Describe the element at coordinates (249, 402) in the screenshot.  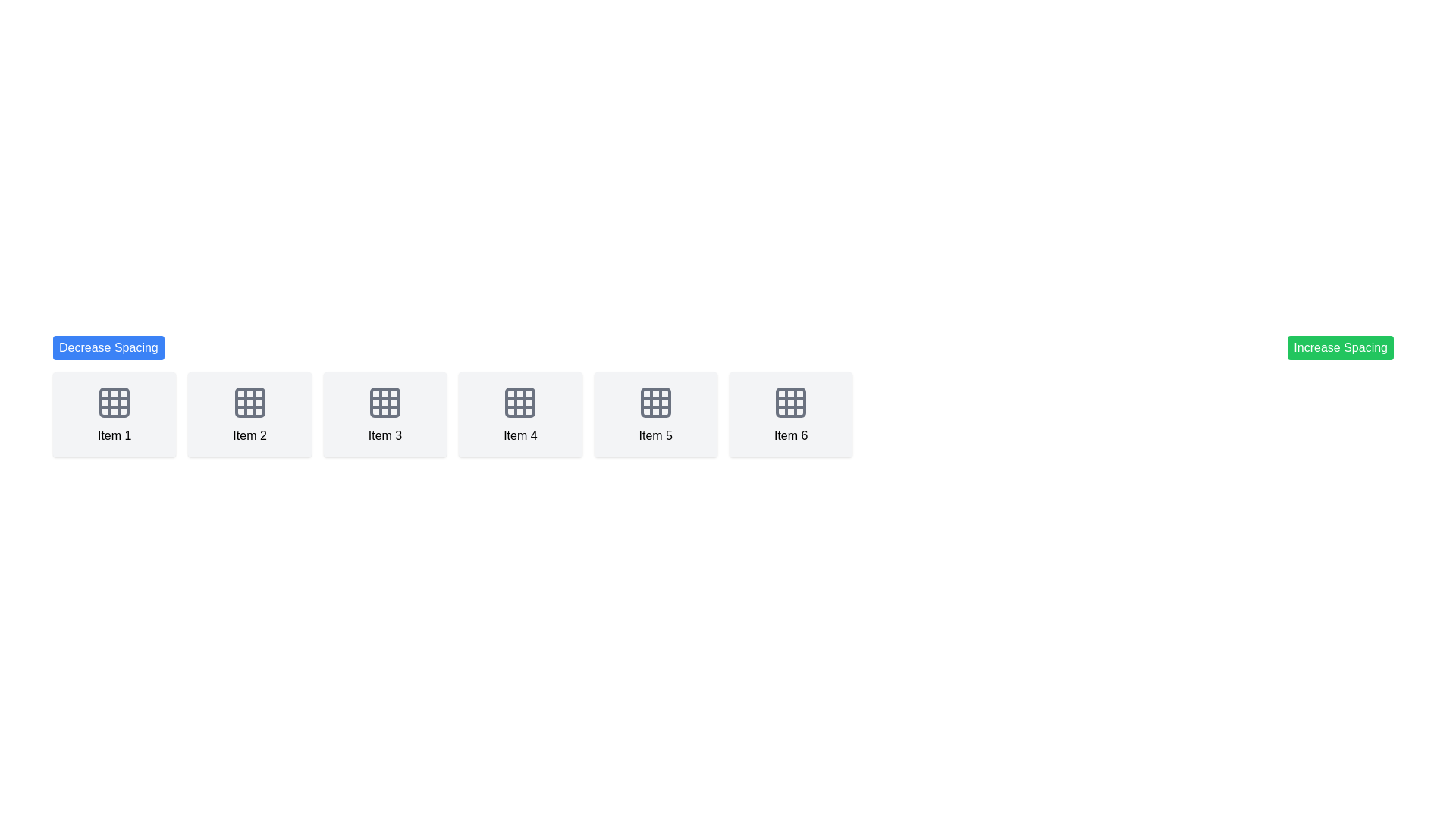
I see `the central rounded square icon within the 3x3 grid structure of 'Item 2'` at that location.